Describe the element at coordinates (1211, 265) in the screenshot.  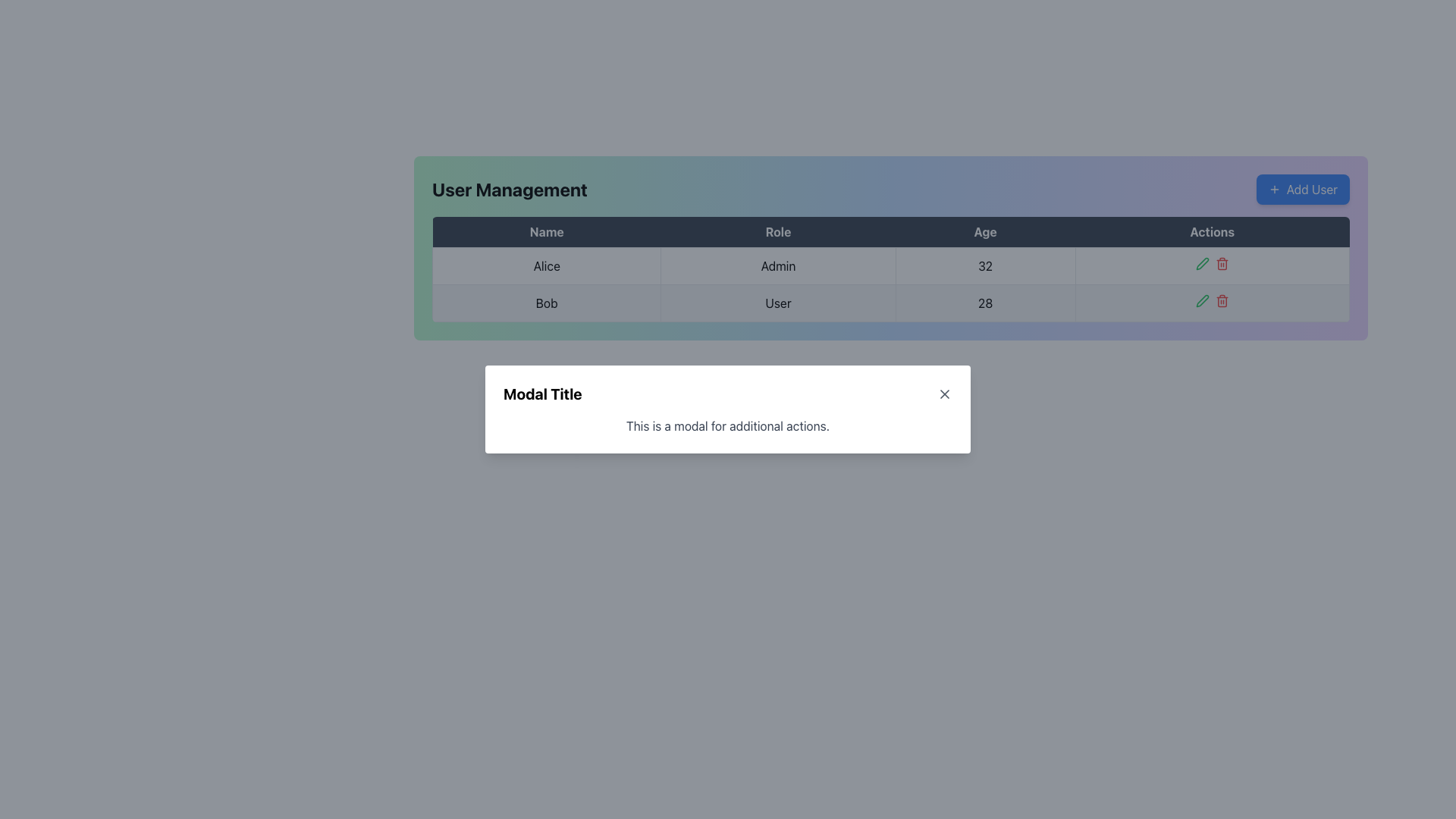
I see `the Action cell containing the green pencil and red trash can icons in the table row for user 'Alice'` at that location.